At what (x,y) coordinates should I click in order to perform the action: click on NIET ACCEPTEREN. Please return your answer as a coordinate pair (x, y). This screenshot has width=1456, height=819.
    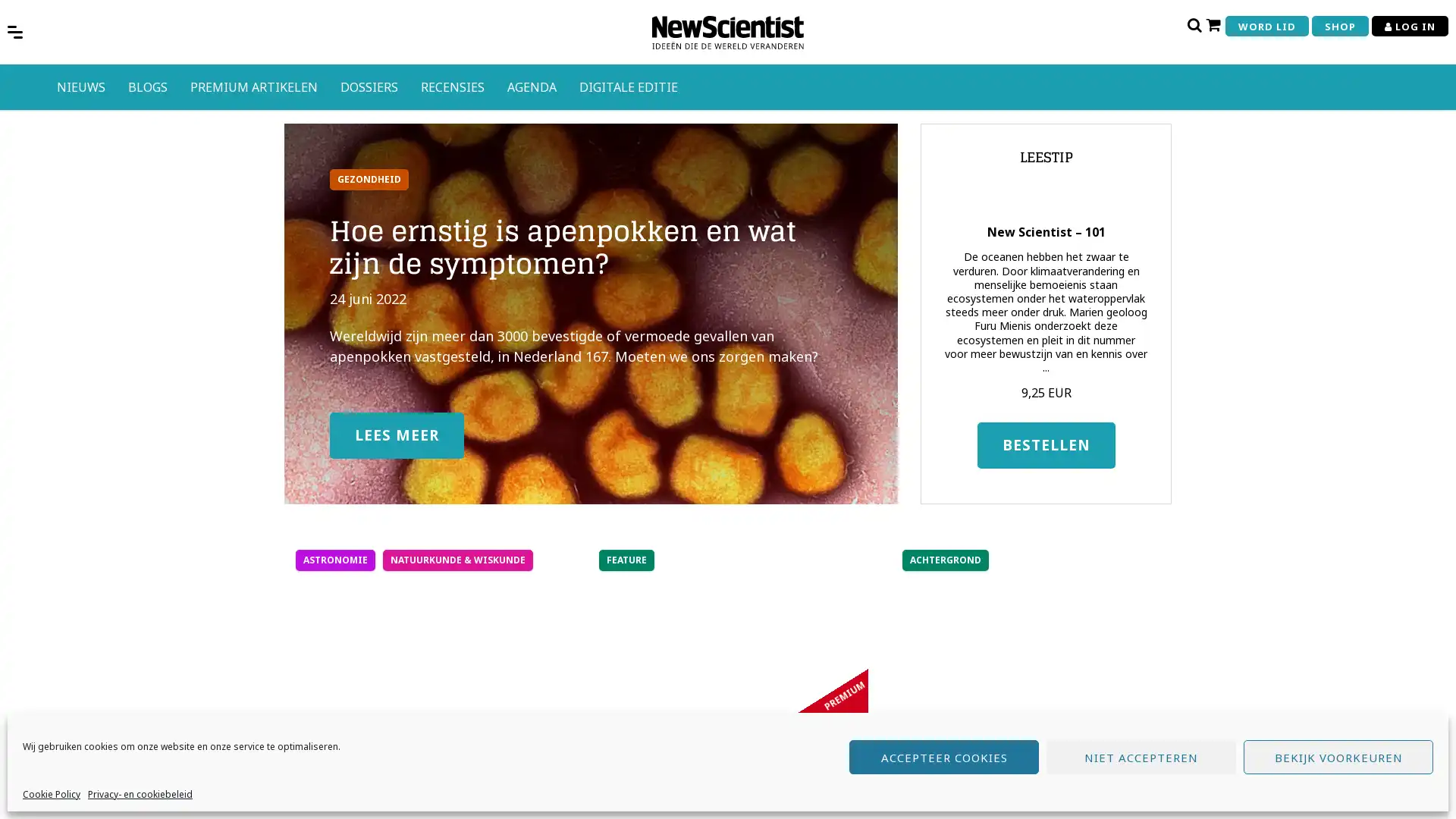
    Looking at the image, I should click on (1141, 757).